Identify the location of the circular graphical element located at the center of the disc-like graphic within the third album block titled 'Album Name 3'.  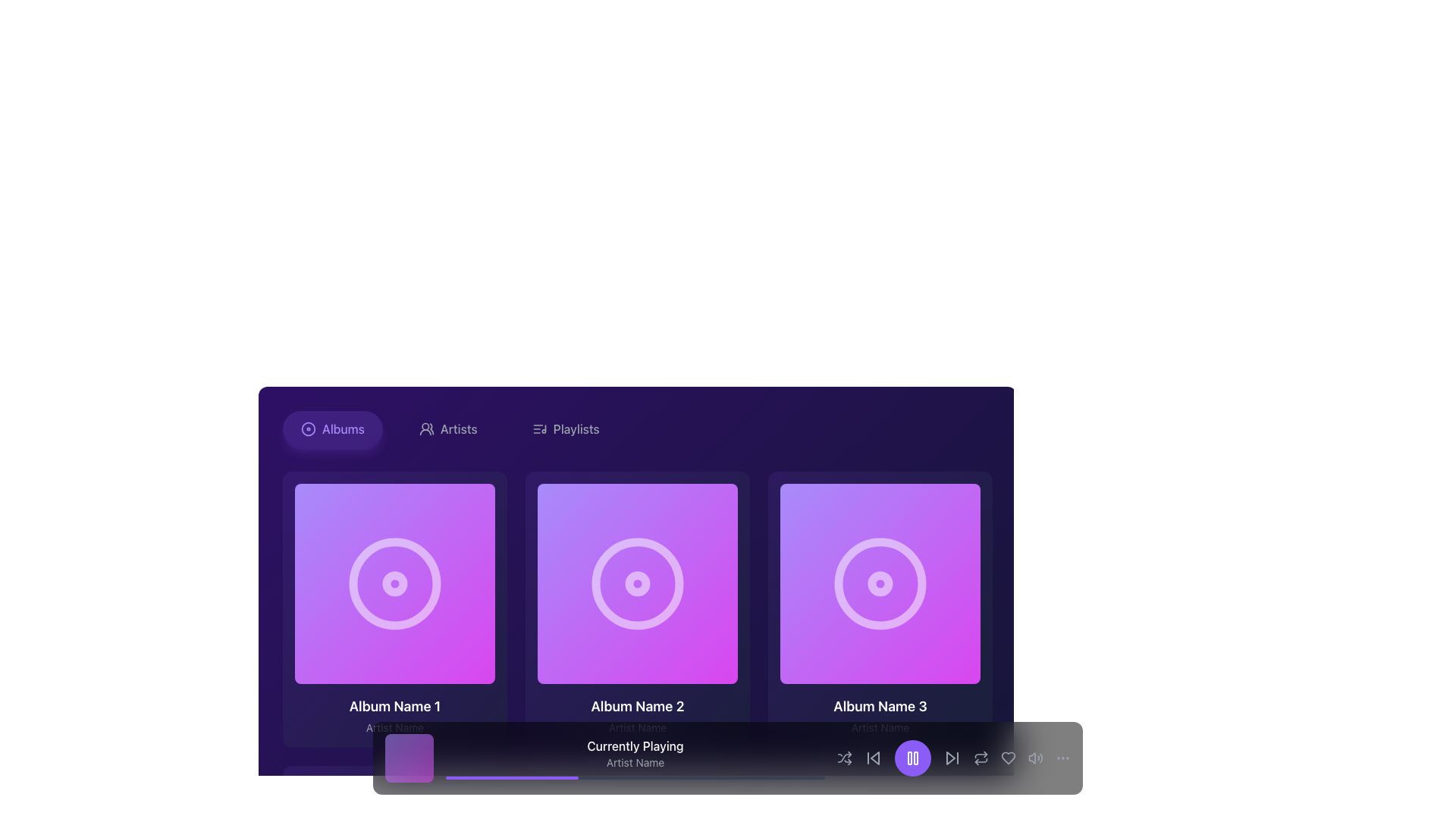
(880, 583).